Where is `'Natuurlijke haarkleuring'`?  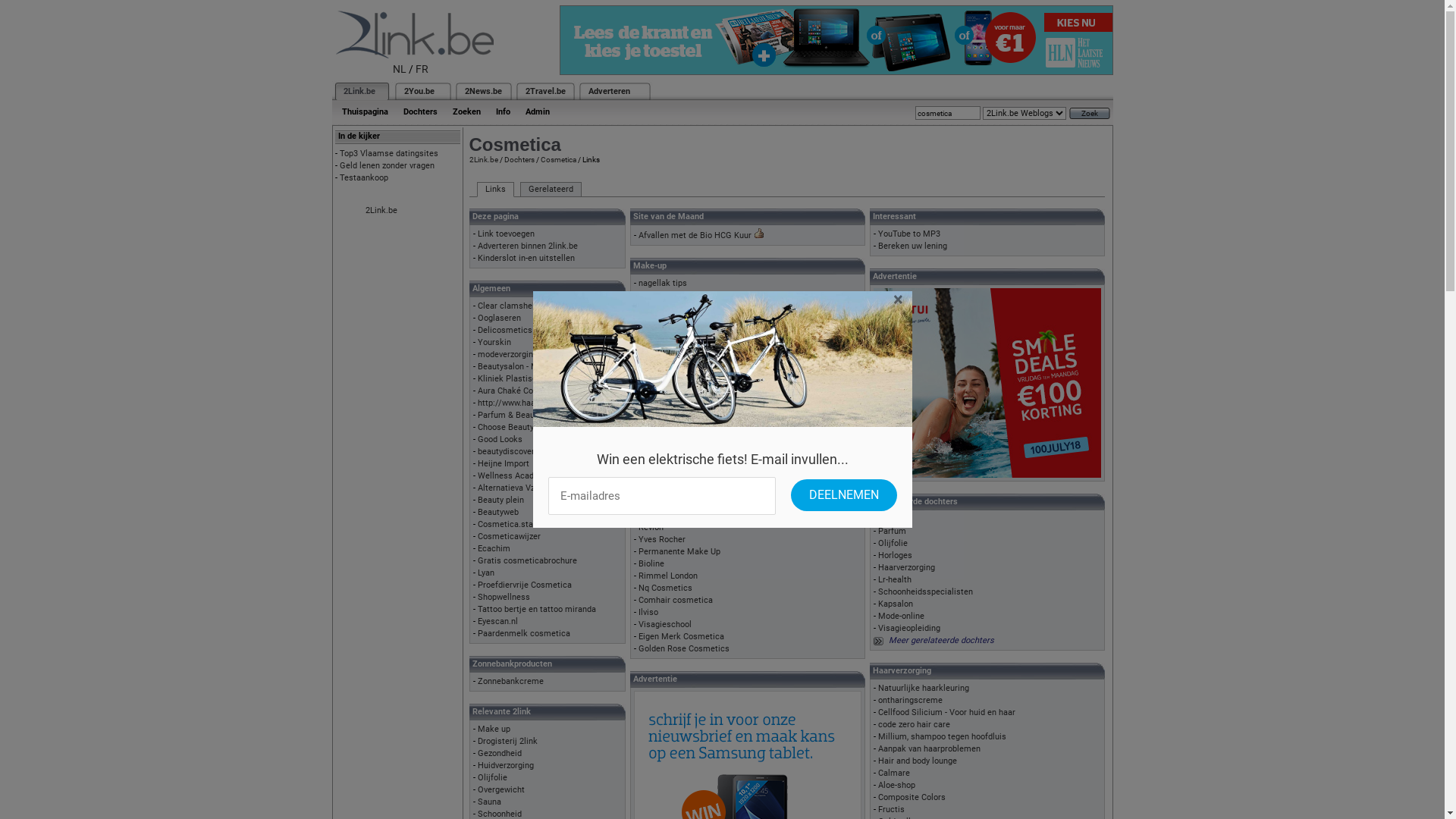 'Natuurlijke haarkleuring' is located at coordinates (923, 688).